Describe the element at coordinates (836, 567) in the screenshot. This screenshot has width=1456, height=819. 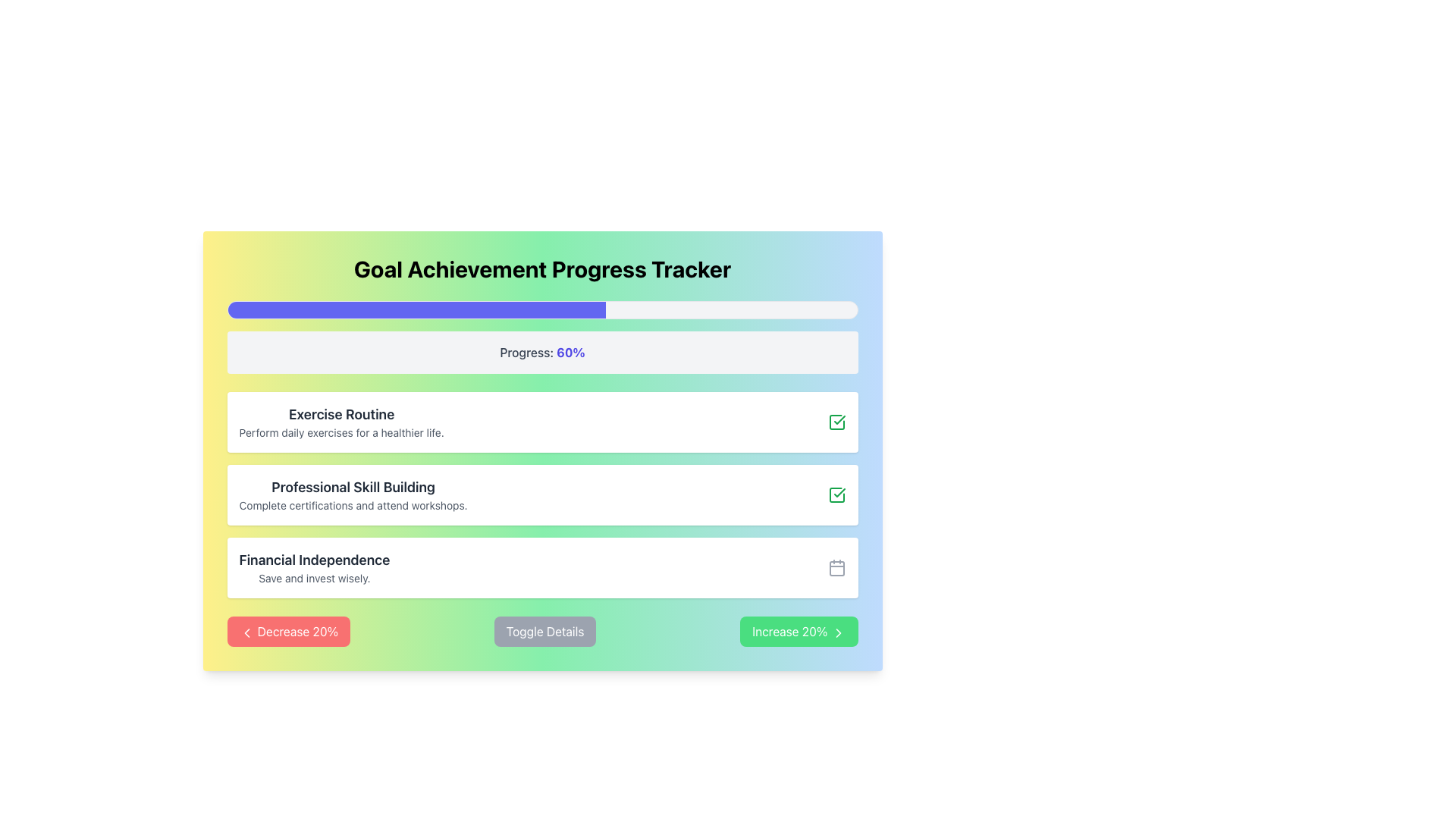
I see `the SVG calendar icon located at the far right edge of the third card titled 'Financial Independence' to interact with it` at that location.